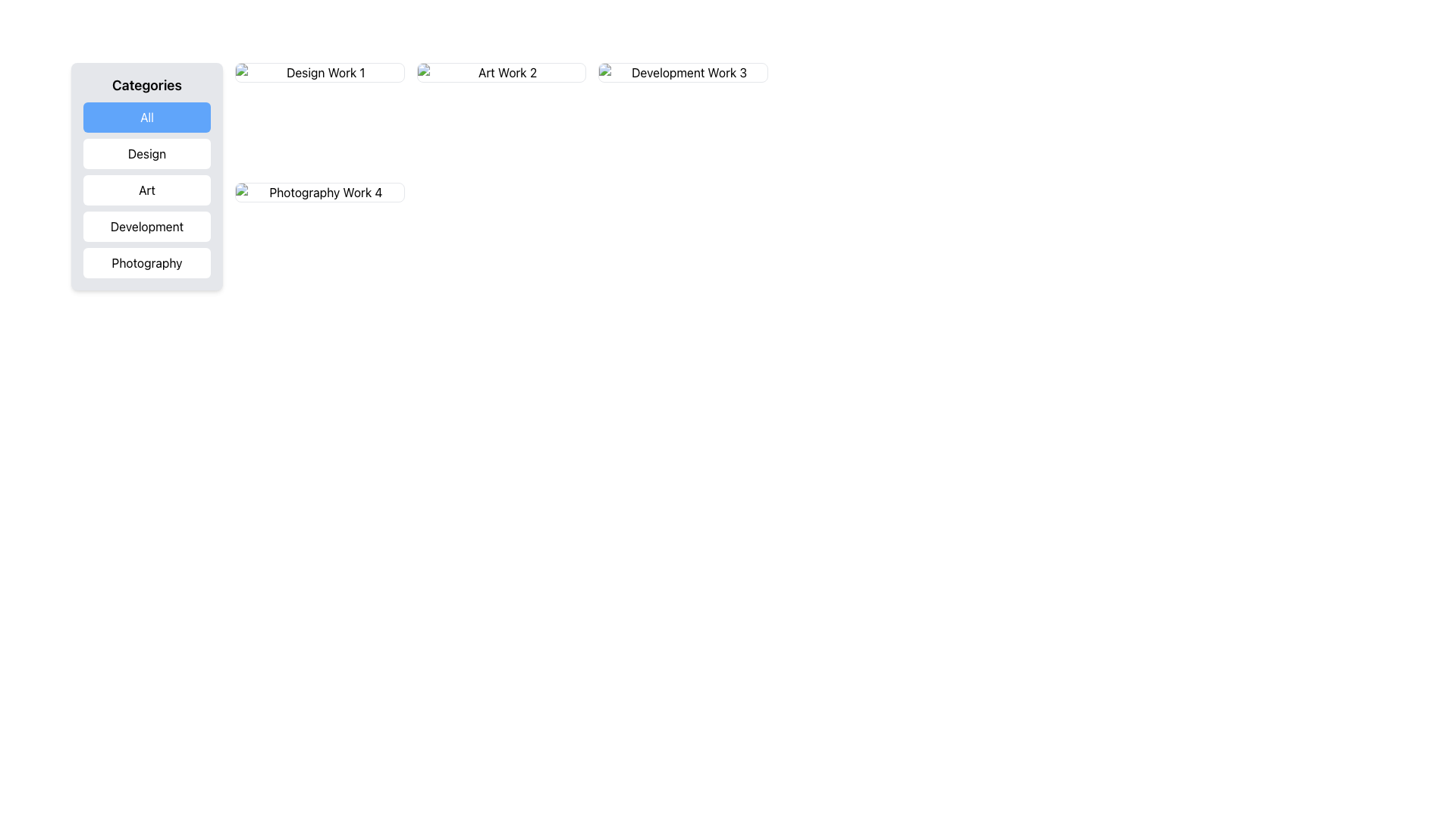  I want to click on the image element labeled 'Art Work 2' which is part of a group of artworks, situated centrally between 'Design Work 1' and 'Development Work 3', so click(501, 73).